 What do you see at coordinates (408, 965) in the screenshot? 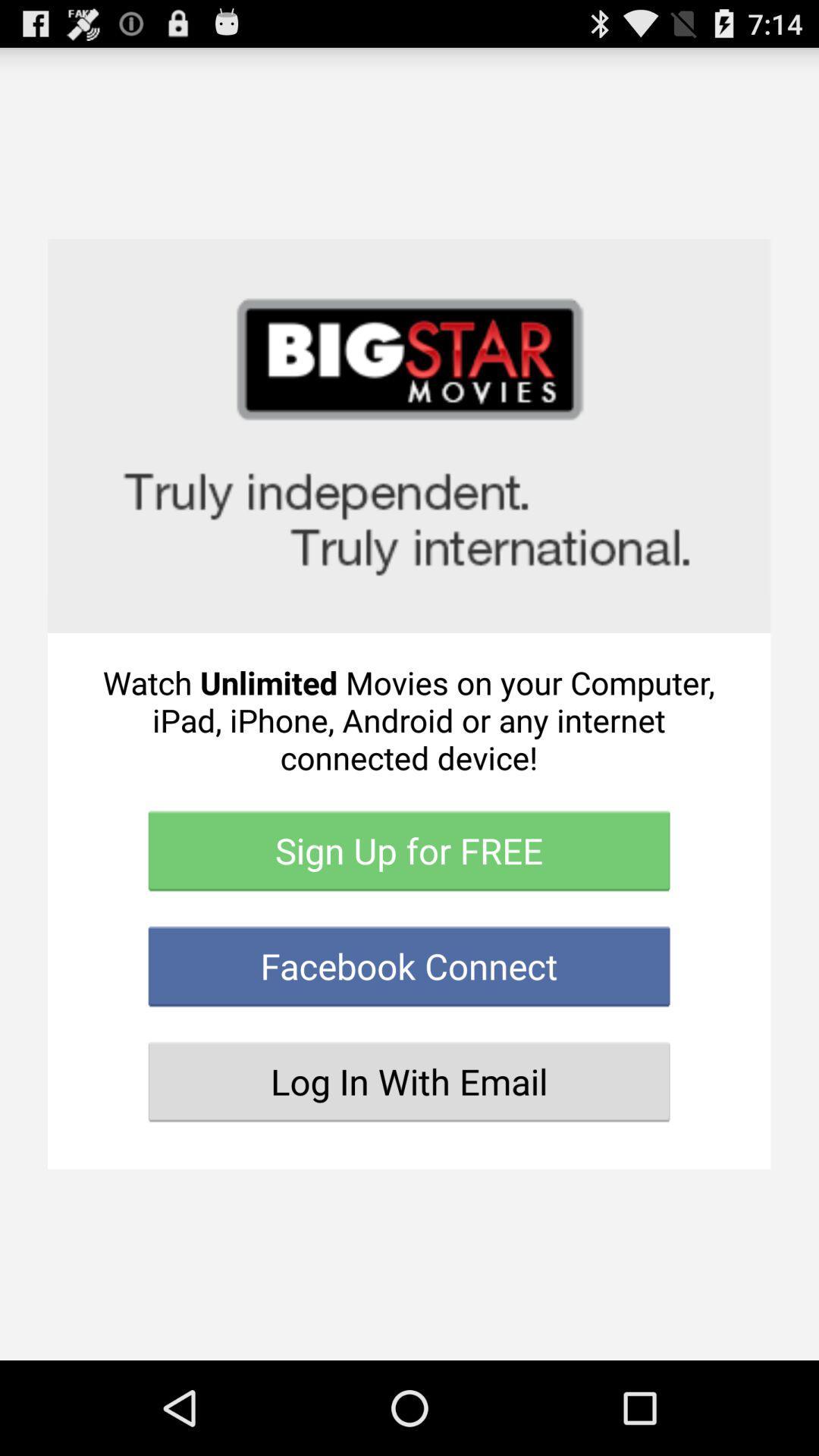
I see `the item below the sign up for` at bounding box center [408, 965].